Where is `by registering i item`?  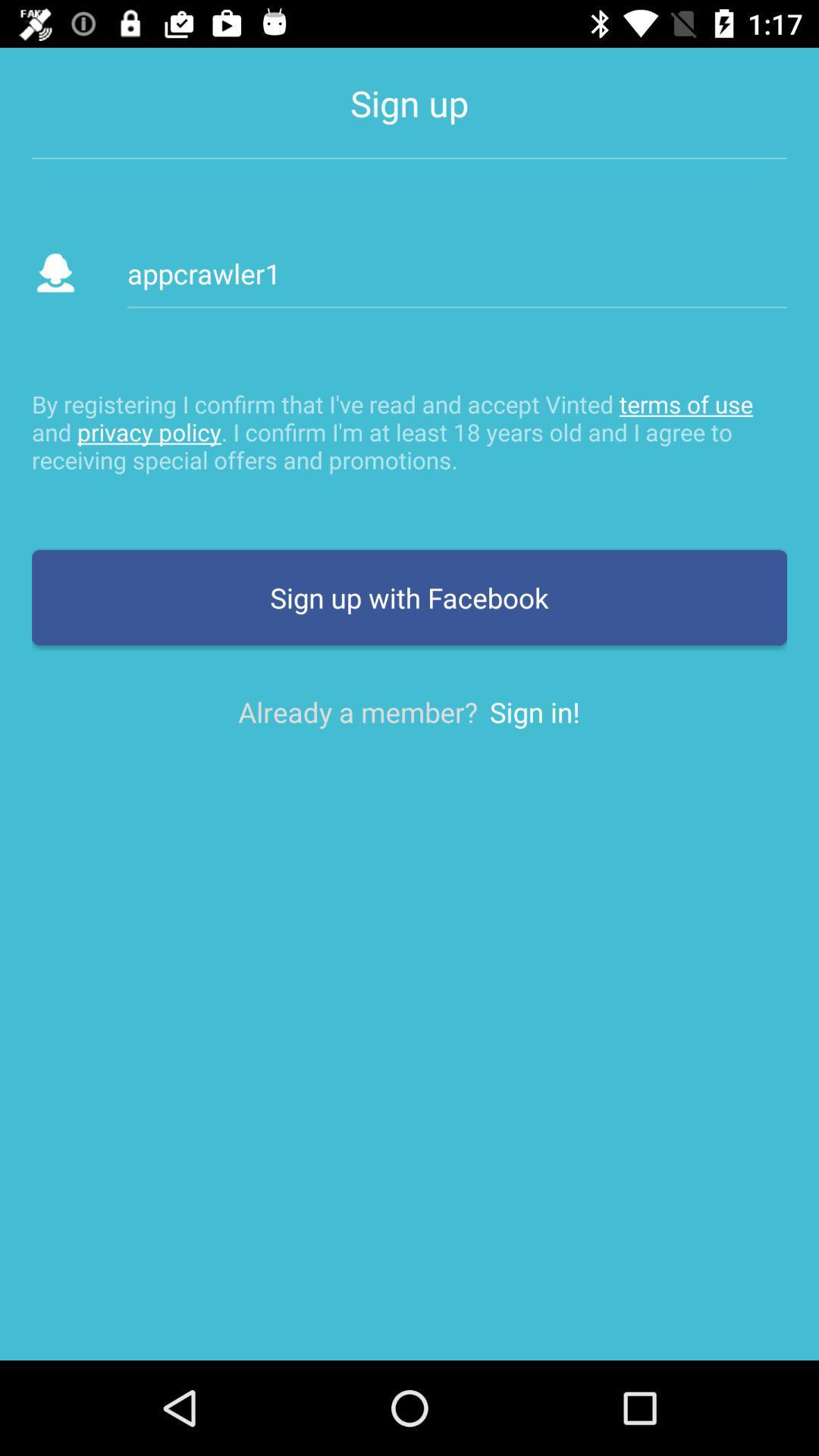
by registering i item is located at coordinates (409, 431).